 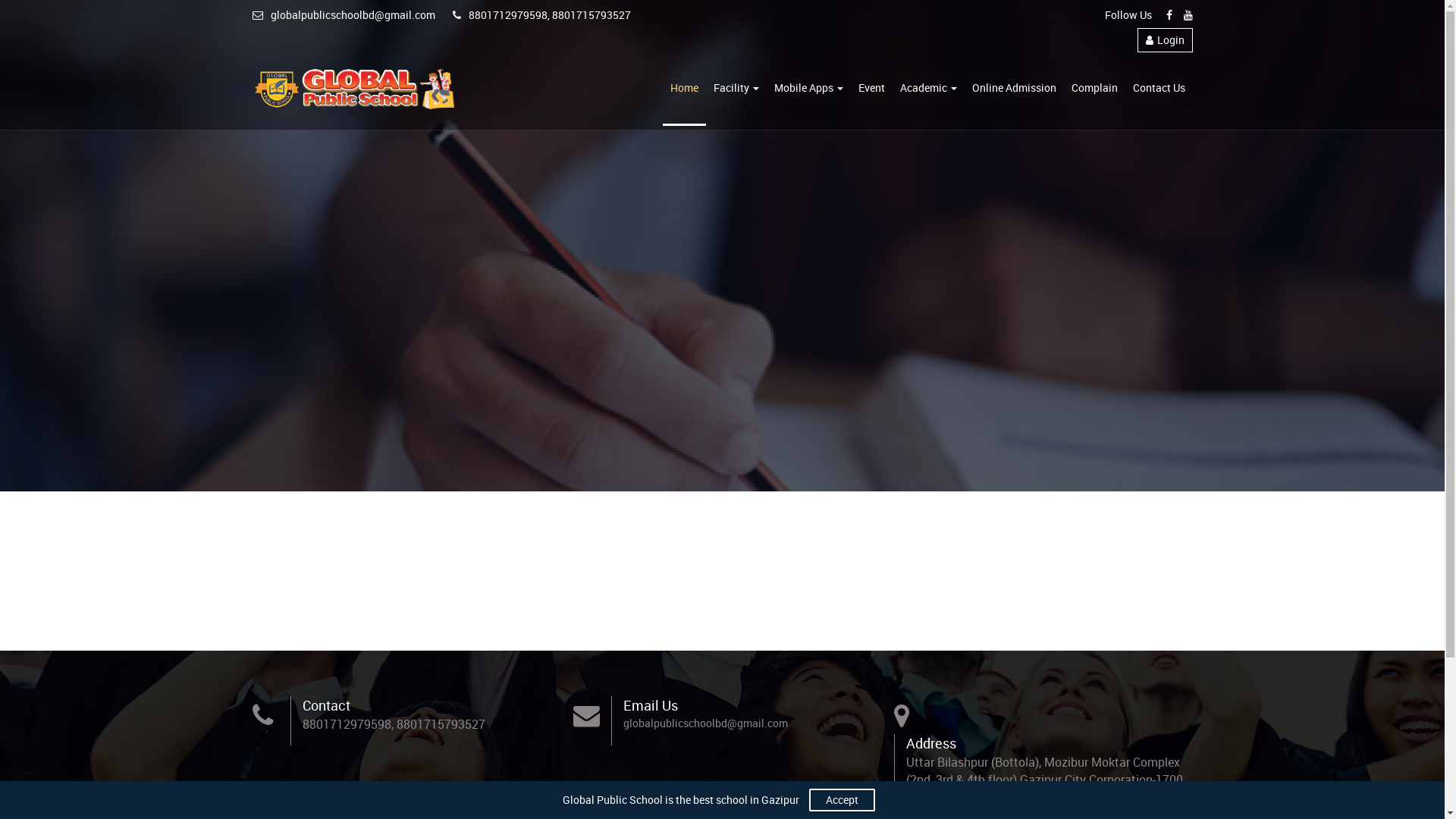 I want to click on 'Home', so click(x=683, y=89).